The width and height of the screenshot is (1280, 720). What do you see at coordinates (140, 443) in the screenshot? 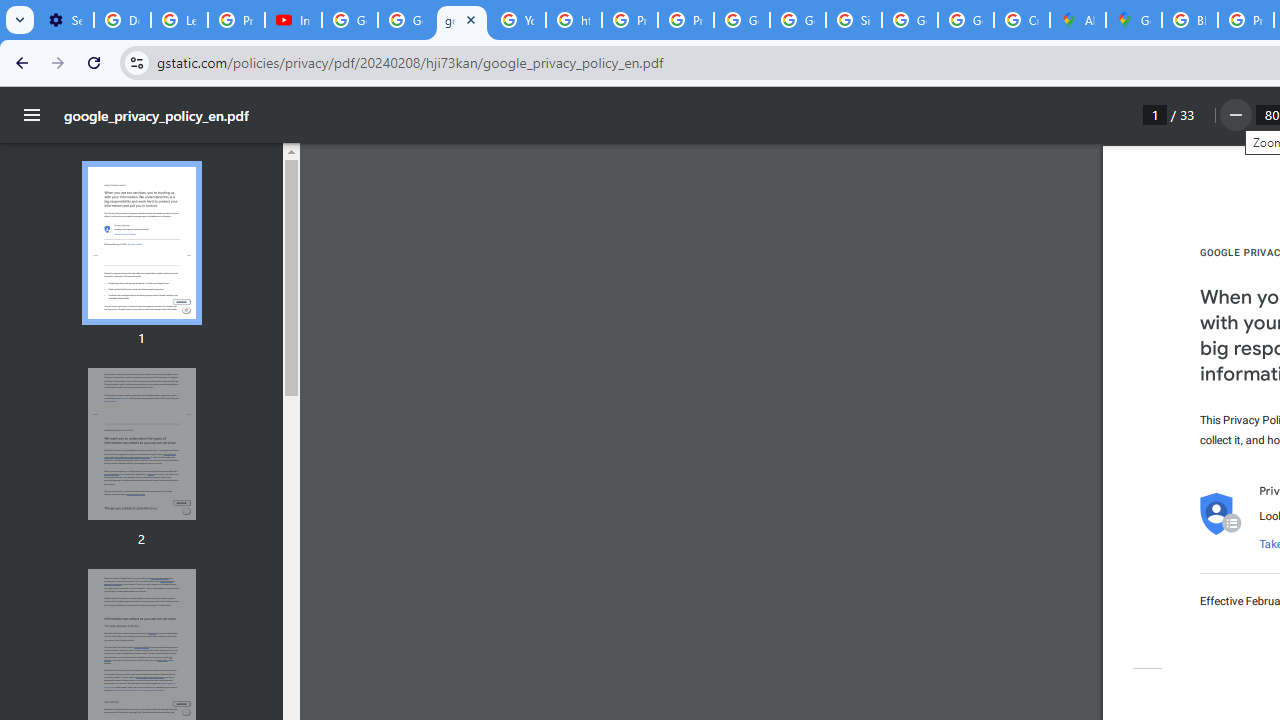
I see `'Thumbnail for page 2'` at bounding box center [140, 443].